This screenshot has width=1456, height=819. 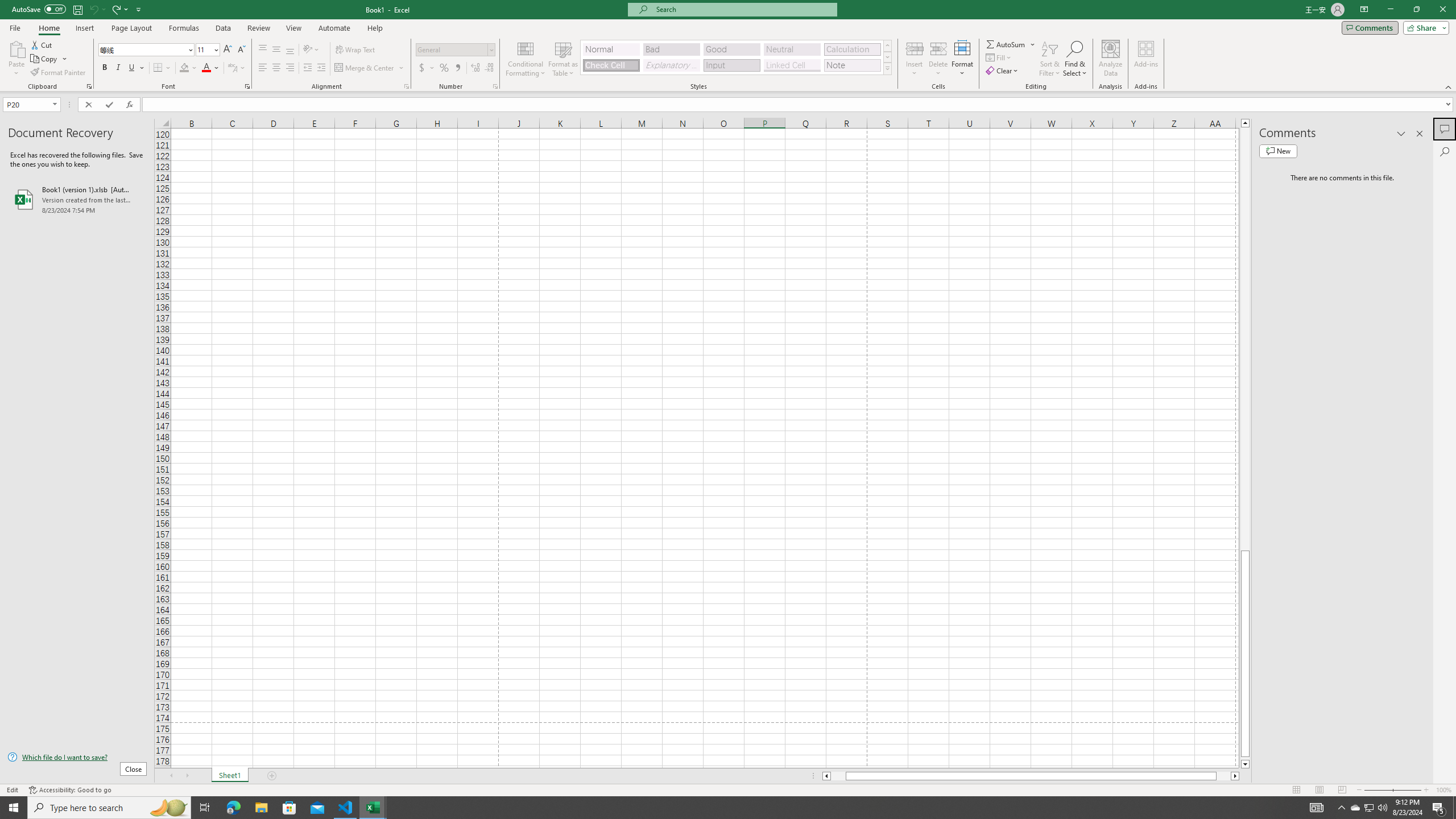 What do you see at coordinates (457, 67) in the screenshot?
I see `'Comma Style'` at bounding box center [457, 67].